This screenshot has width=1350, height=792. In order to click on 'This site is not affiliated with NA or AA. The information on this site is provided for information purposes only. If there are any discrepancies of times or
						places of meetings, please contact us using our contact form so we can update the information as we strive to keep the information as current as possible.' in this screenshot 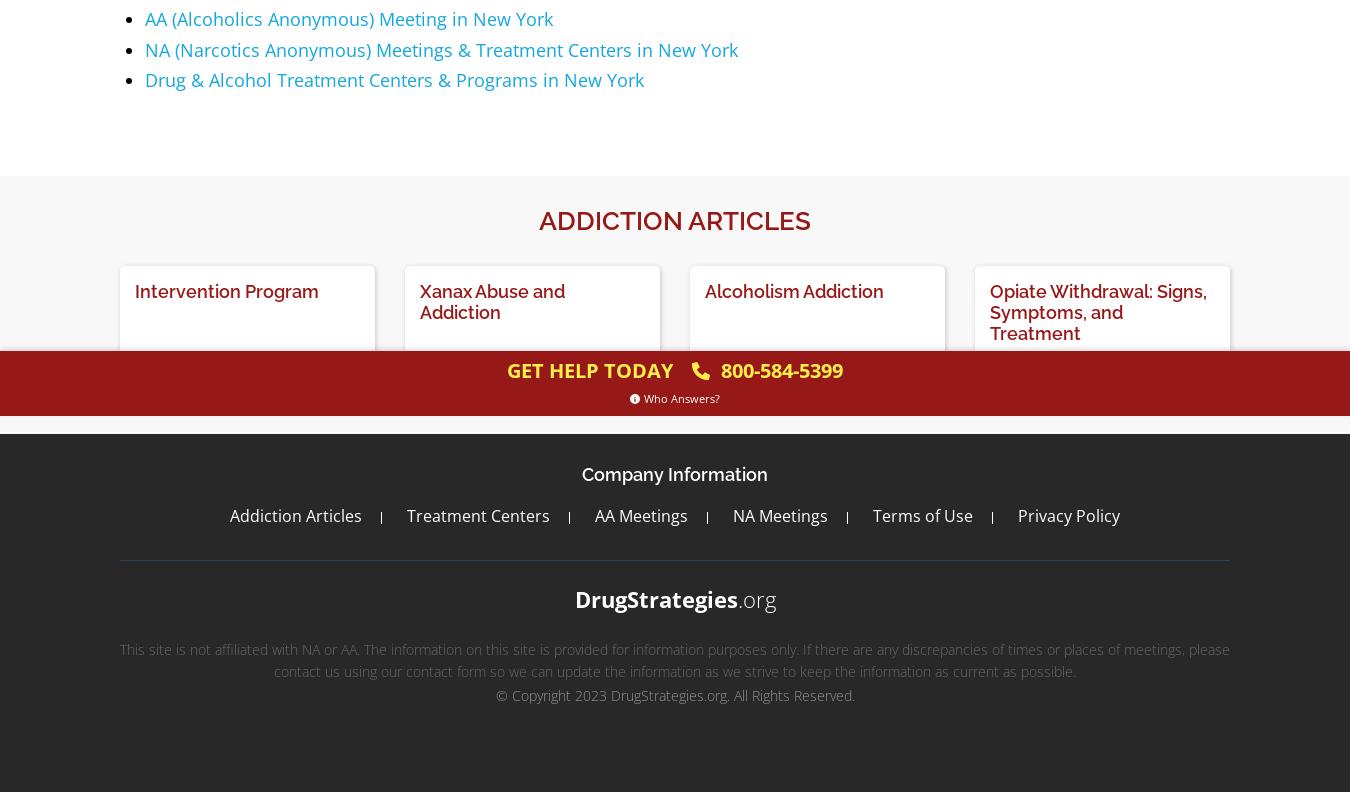, I will do `click(120, 659)`.